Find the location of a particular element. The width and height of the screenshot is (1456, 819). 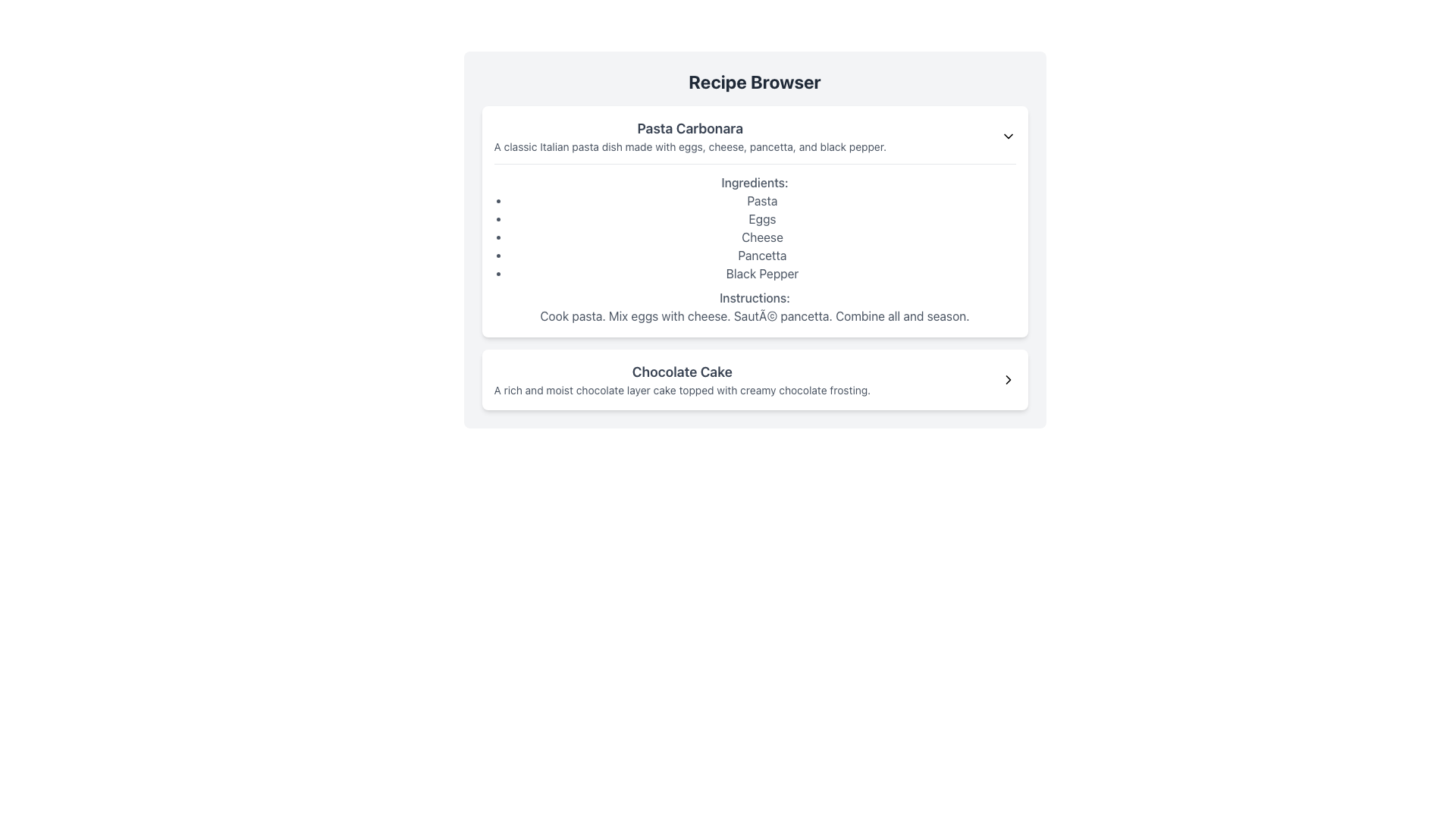

title 'Pasta Carbonara' and its description in the collapsible text block located at the top of the recipe list is located at coordinates (755, 136).